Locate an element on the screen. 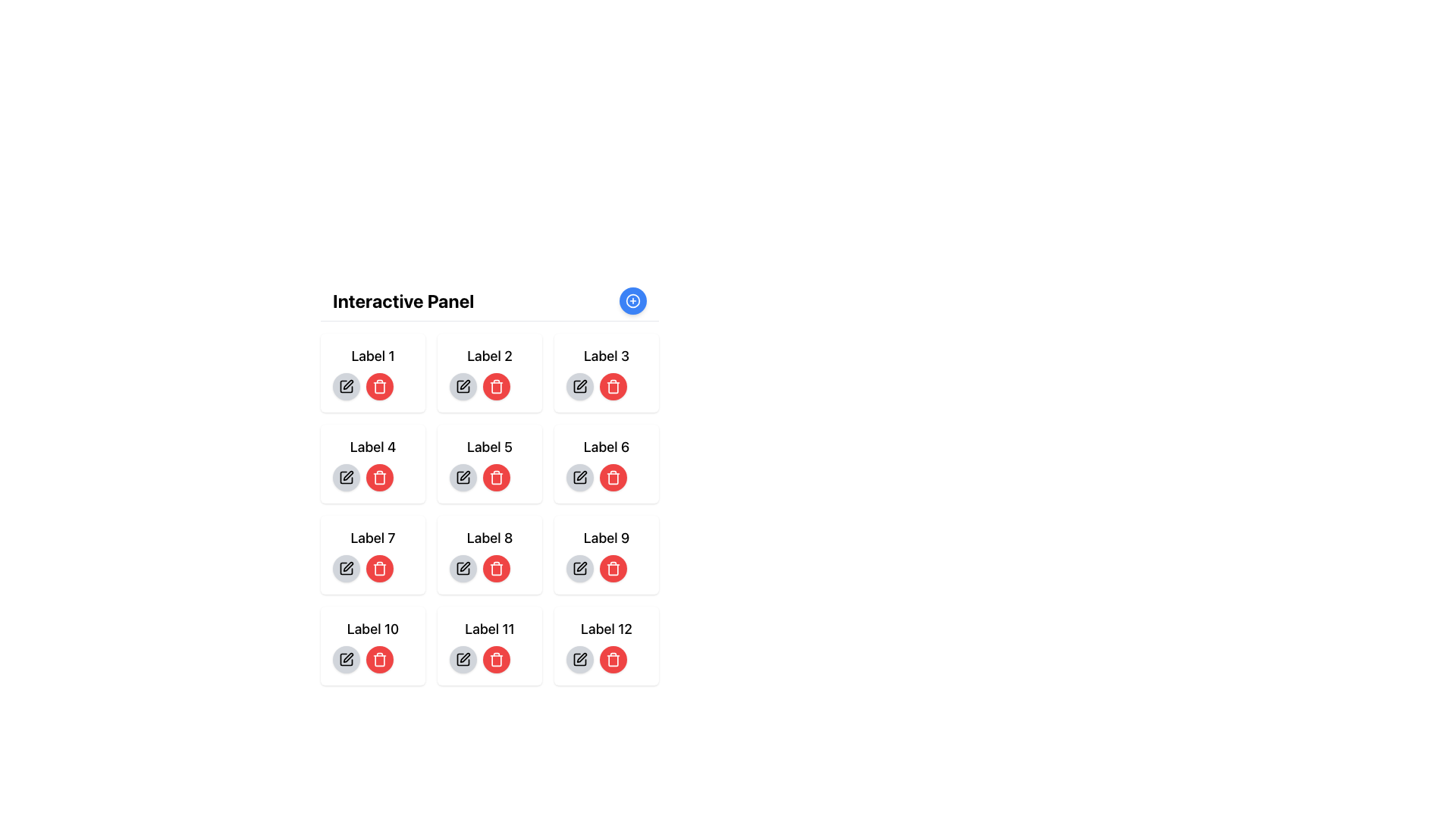  the Edit Icon located in the Interactive Panel under Label 5 to modify the associated entry is located at coordinates (462, 476).